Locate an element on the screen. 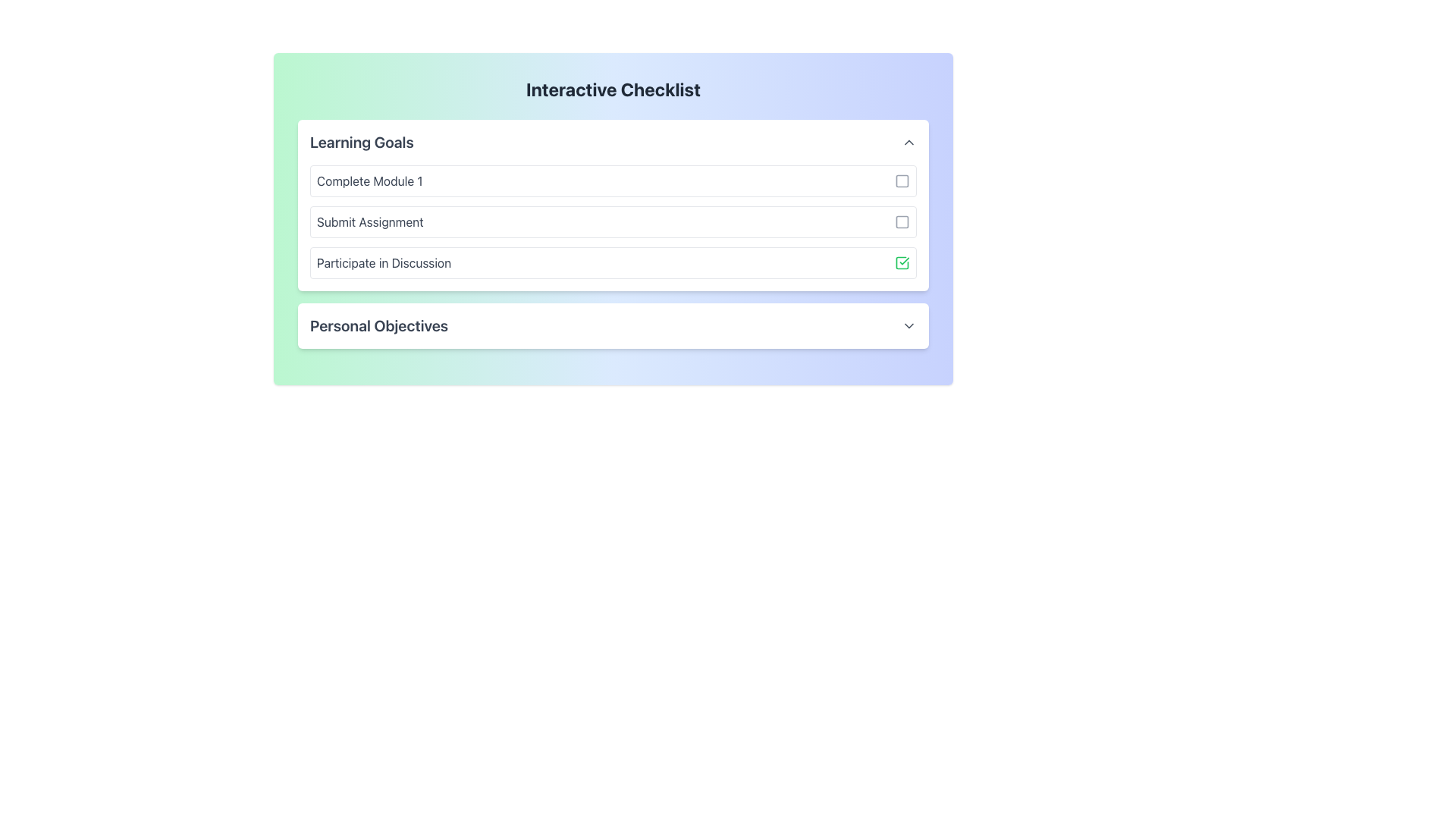 This screenshot has width=1456, height=819. the second checkbox indicator icon next to the 'Submit Assignment' item in the 'Learning Goals' section is located at coordinates (902, 222).